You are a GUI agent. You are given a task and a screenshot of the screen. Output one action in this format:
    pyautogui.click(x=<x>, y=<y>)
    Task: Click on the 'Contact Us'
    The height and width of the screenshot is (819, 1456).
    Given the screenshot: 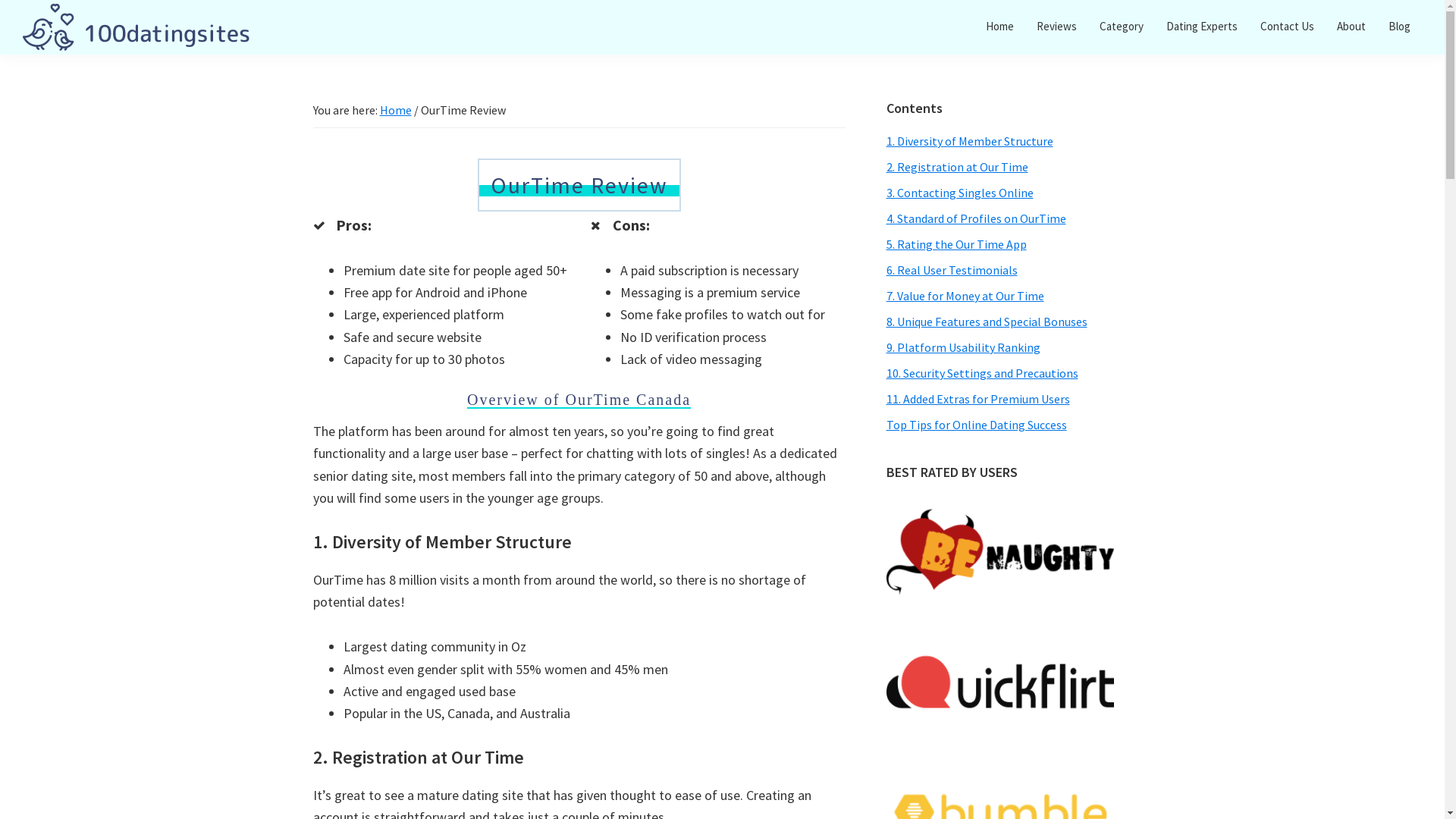 What is the action you would take?
    pyautogui.click(x=1286, y=26)
    